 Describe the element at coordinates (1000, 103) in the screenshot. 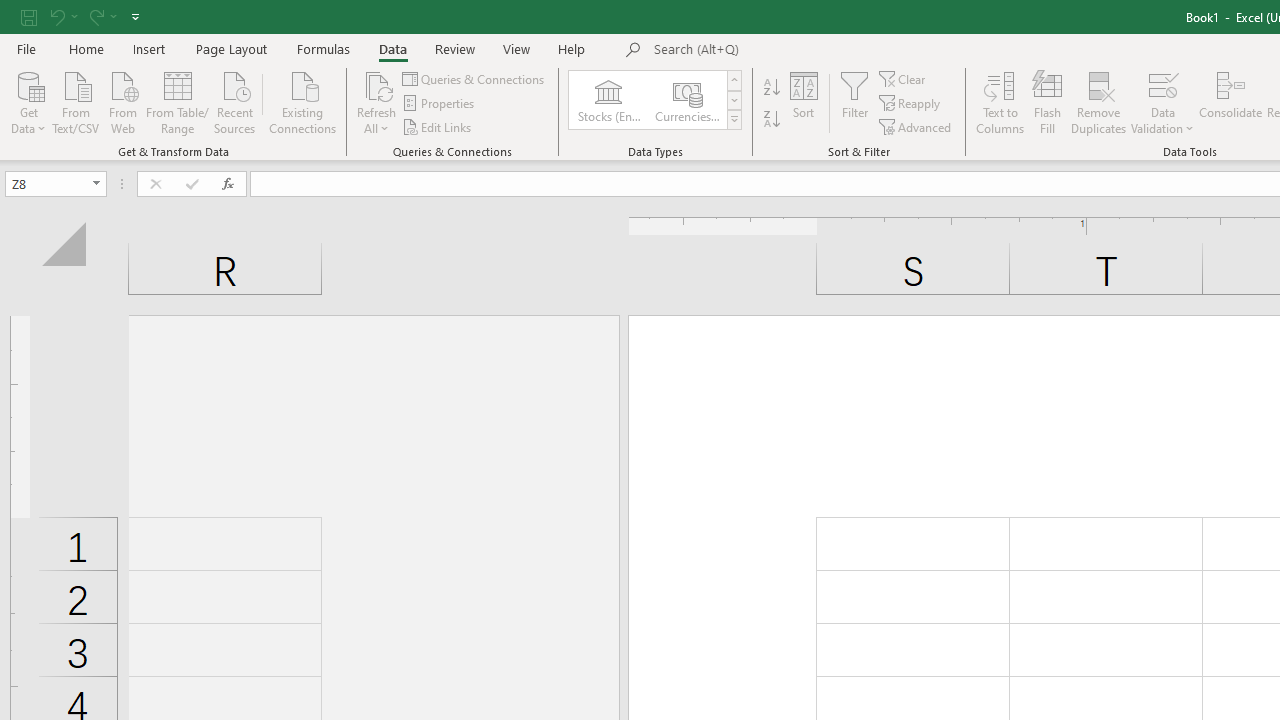

I see `'Text to Columns...'` at that location.